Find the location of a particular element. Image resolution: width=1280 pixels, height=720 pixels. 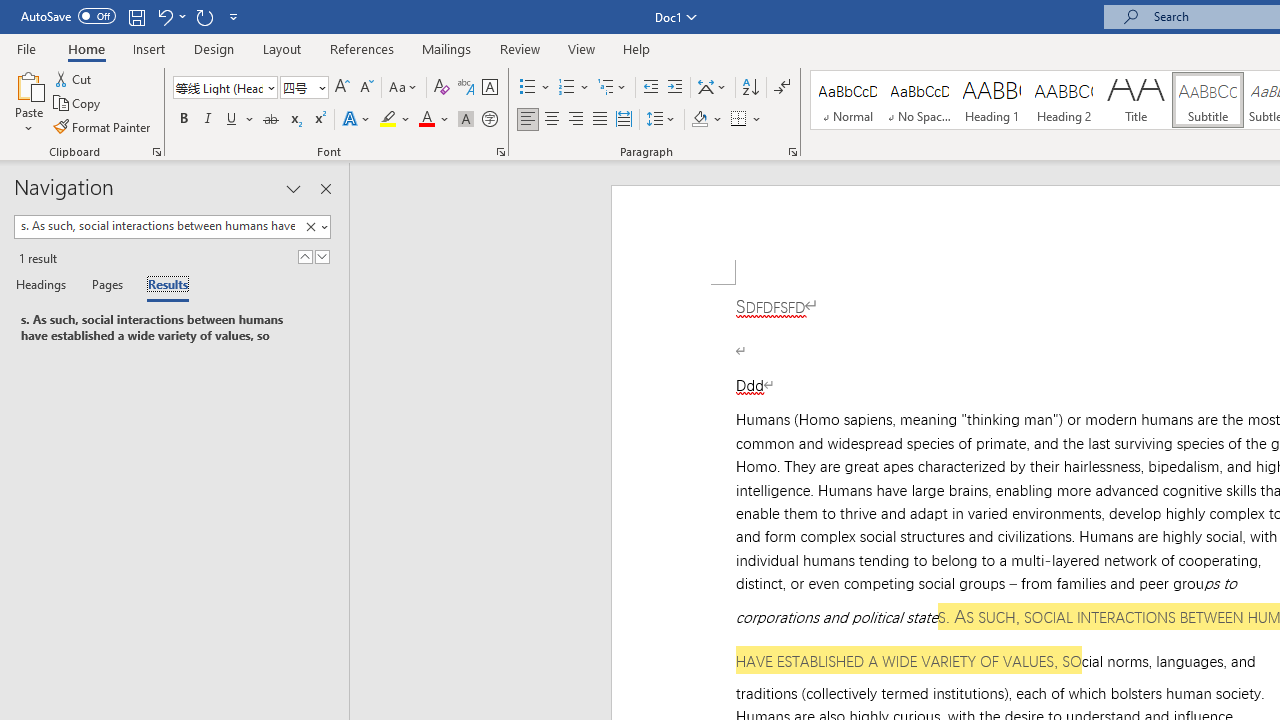

'Repeat Style' is located at coordinates (204, 16).